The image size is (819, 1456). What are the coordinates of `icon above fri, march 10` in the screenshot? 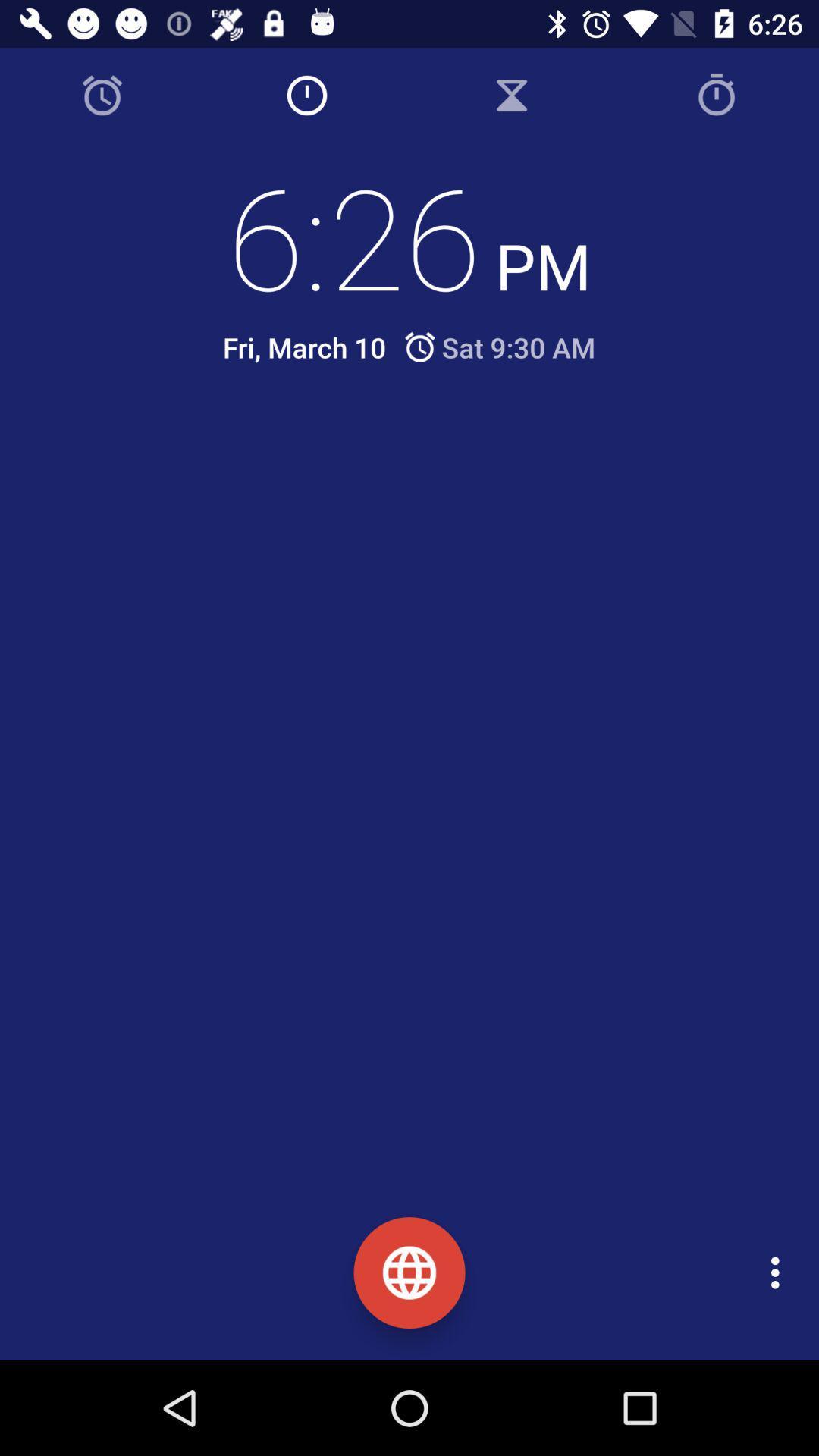 It's located at (409, 235).